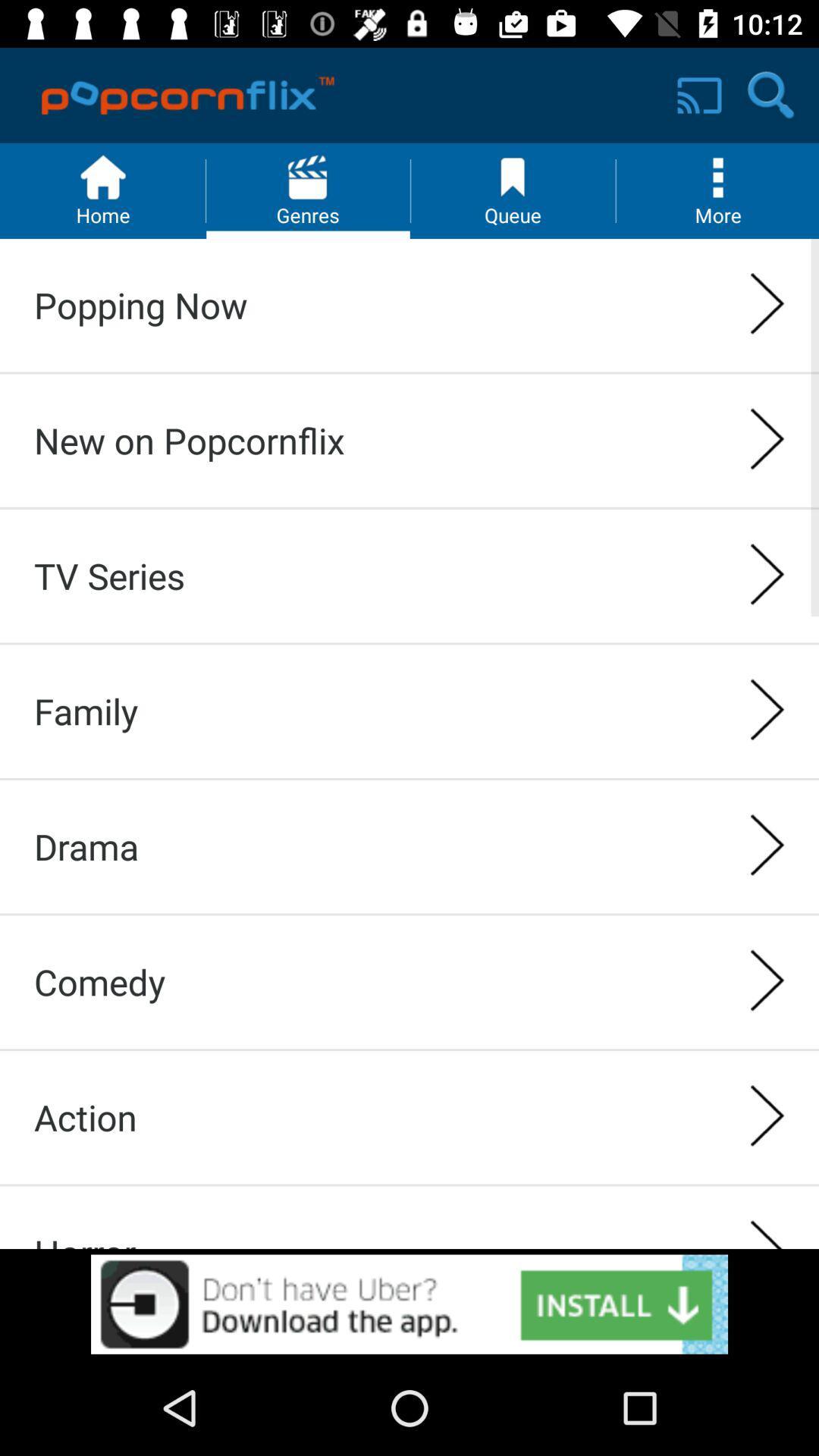  Describe the element at coordinates (767, 575) in the screenshot. I see `the symbol right next to tv series` at that location.